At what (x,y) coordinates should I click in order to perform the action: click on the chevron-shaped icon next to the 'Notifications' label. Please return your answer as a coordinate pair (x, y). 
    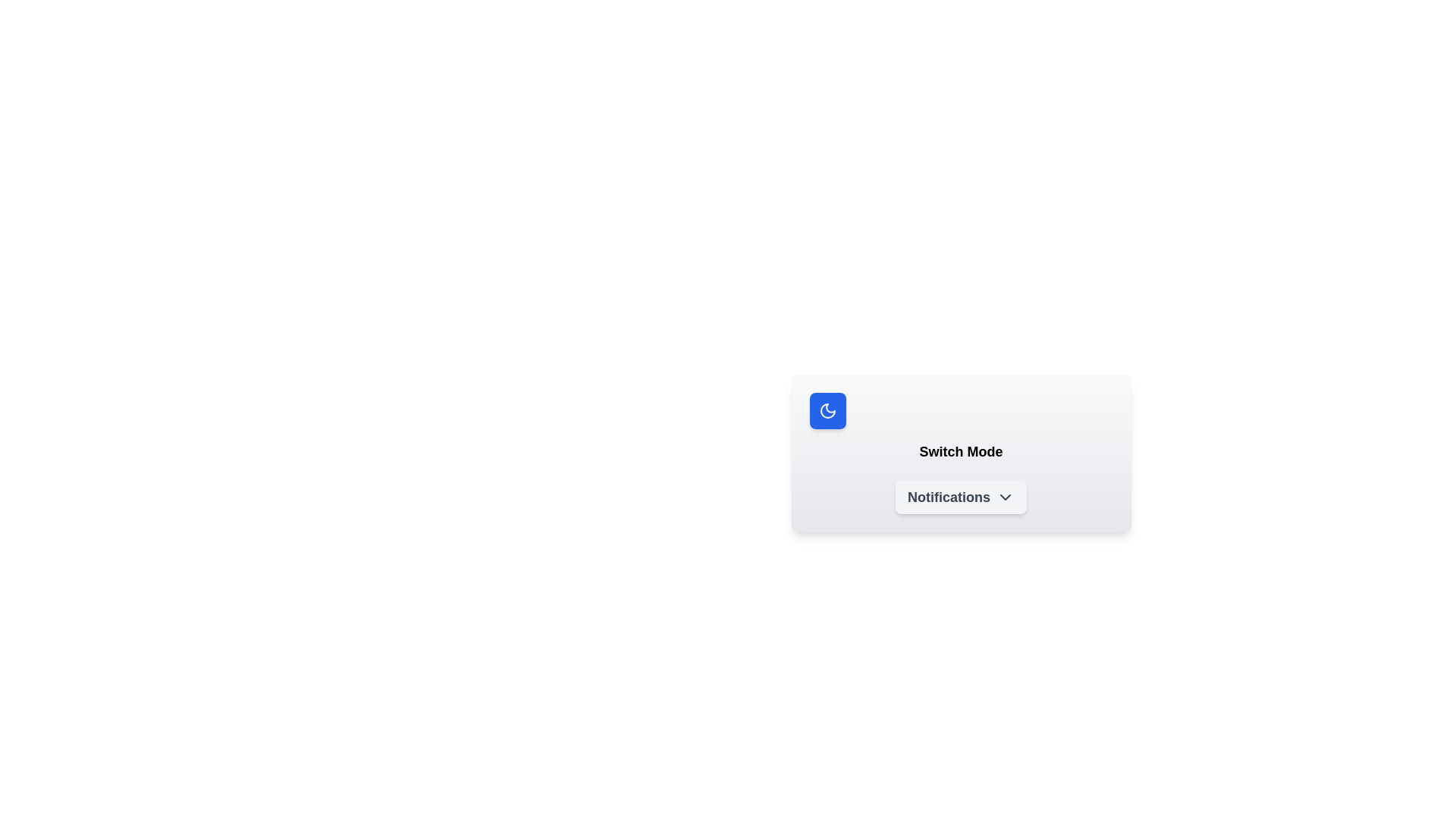
    Looking at the image, I should click on (1005, 497).